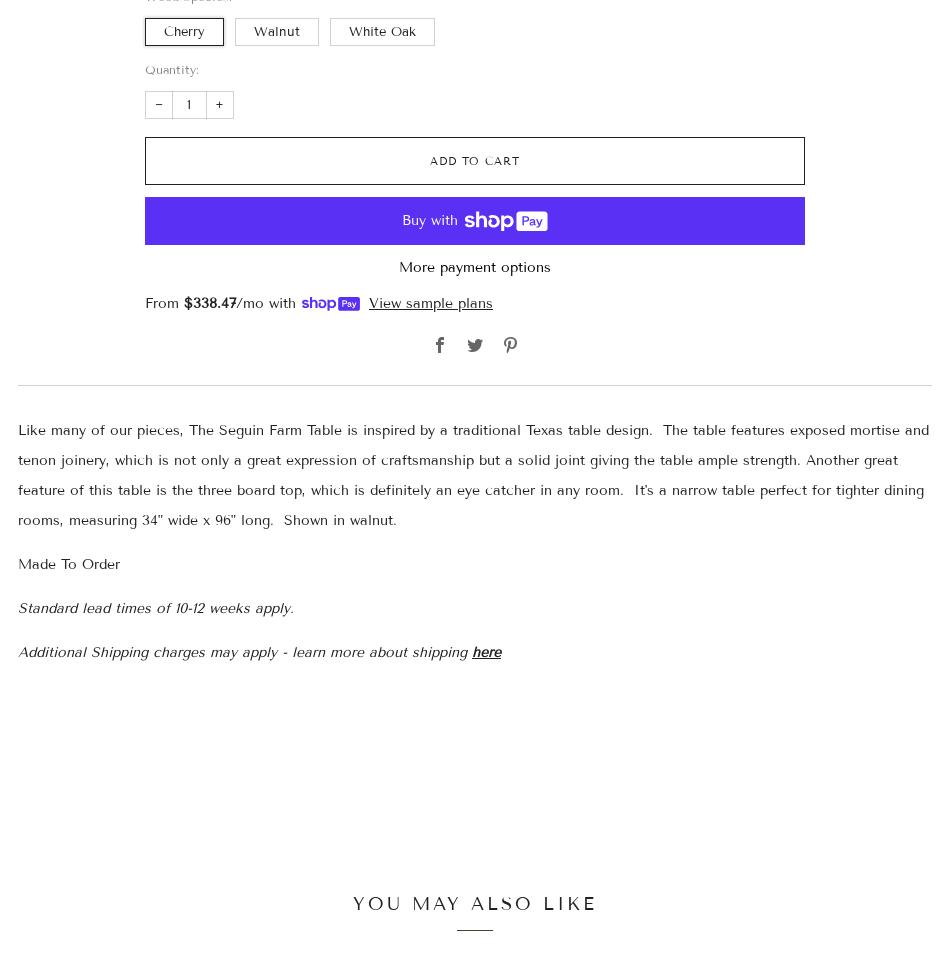  I want to click on 'You may also like', so click(475, 901).